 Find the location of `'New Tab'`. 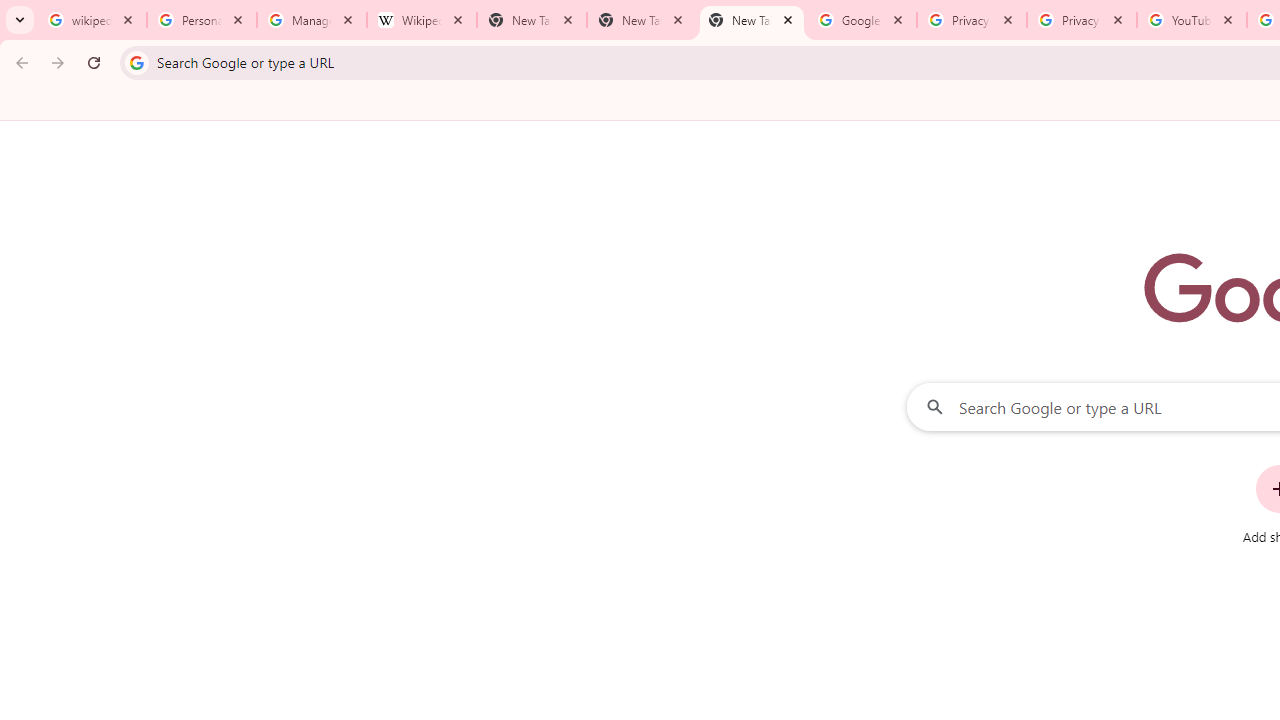

'New Tab' is located at coordinates (751, 20).